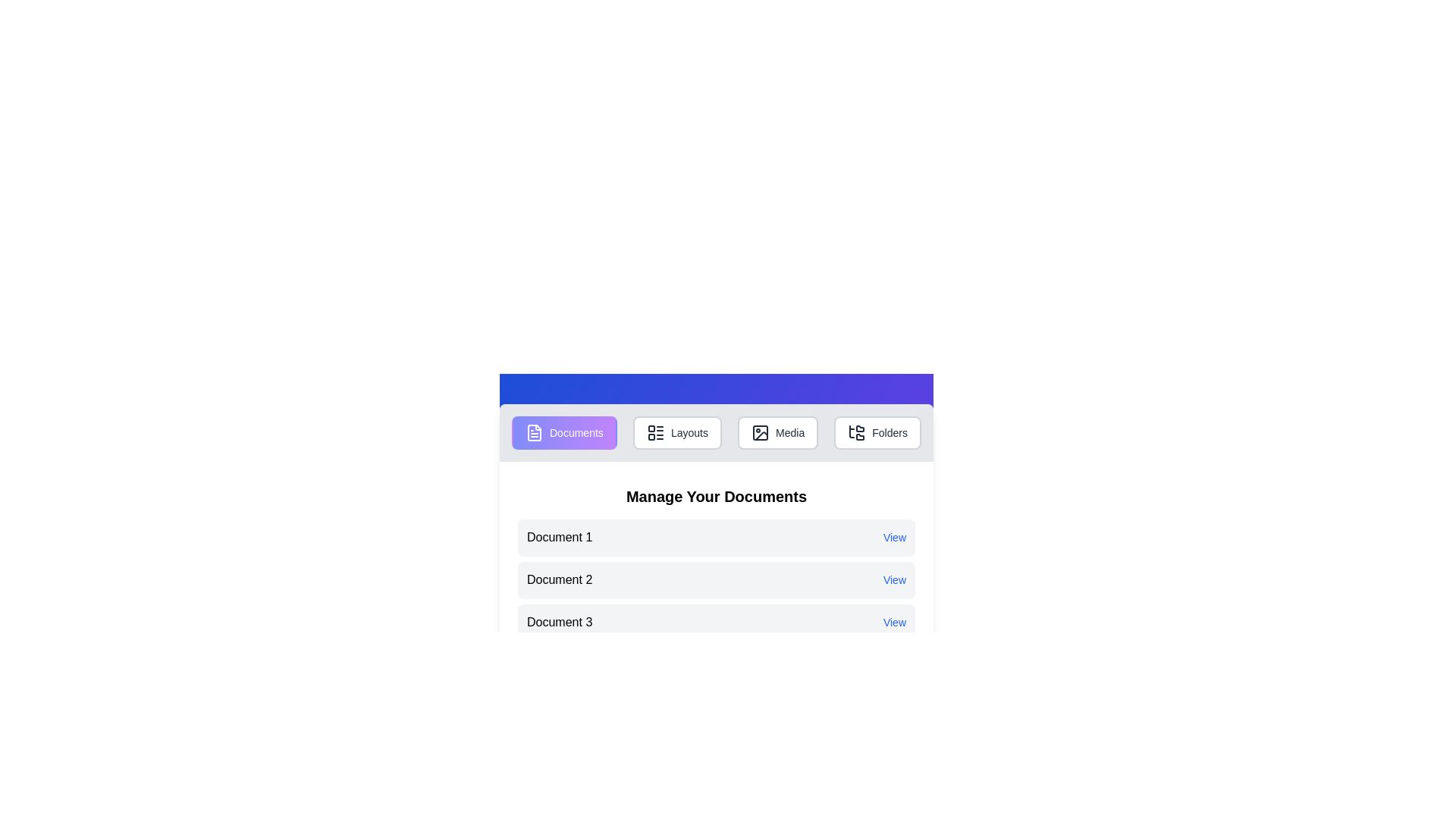 The image size is (1456, 819). Describe the element at coordinates (857, 432) in the screenshot. I see `the leftmost icon of the 'Folders' button in the top navigation bar` at that location.